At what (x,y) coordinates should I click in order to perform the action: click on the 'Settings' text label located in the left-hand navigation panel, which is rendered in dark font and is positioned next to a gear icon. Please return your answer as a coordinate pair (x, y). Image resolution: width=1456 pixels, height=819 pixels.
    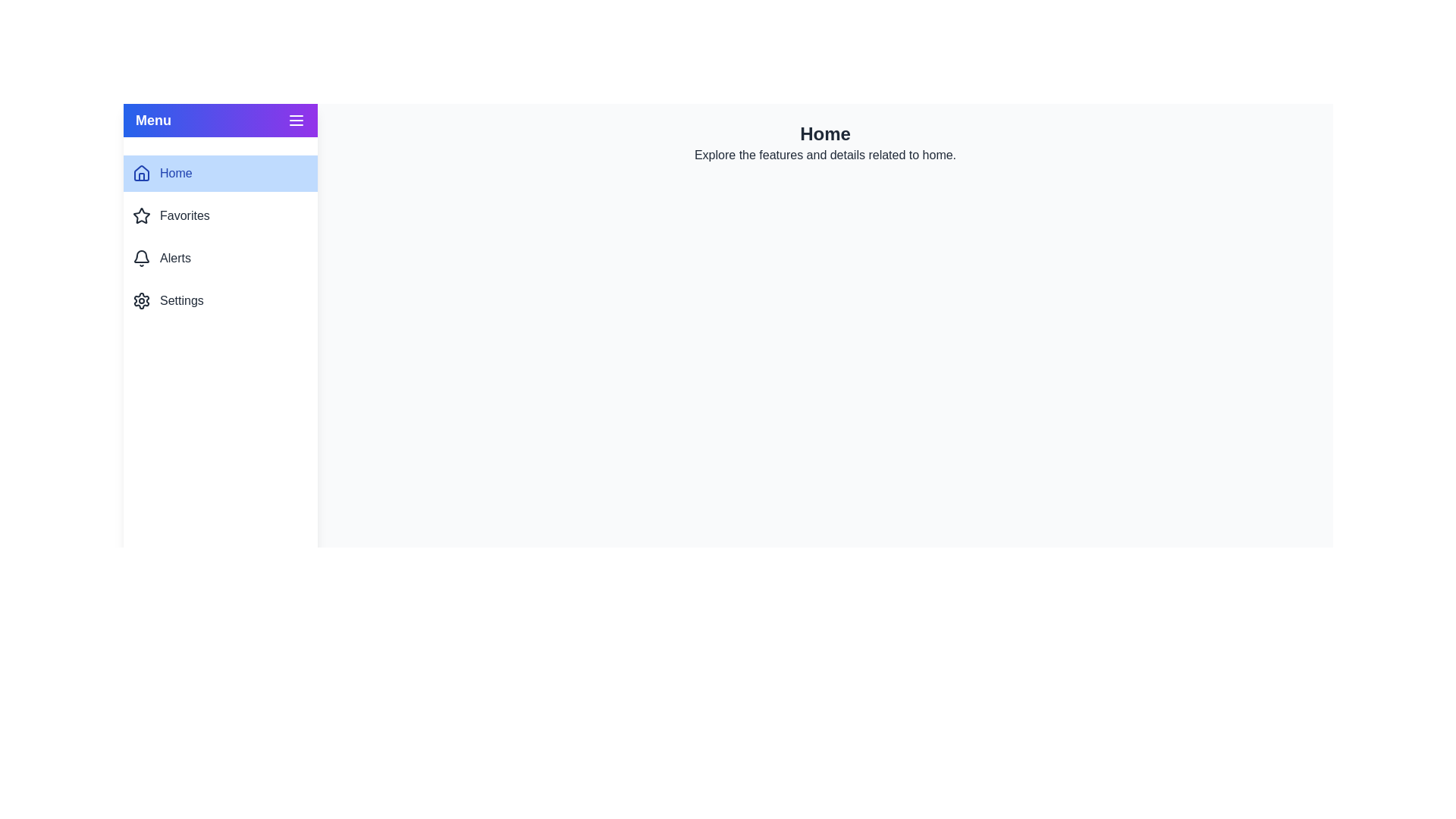
    Looking at the image, I should click on (182, 301).